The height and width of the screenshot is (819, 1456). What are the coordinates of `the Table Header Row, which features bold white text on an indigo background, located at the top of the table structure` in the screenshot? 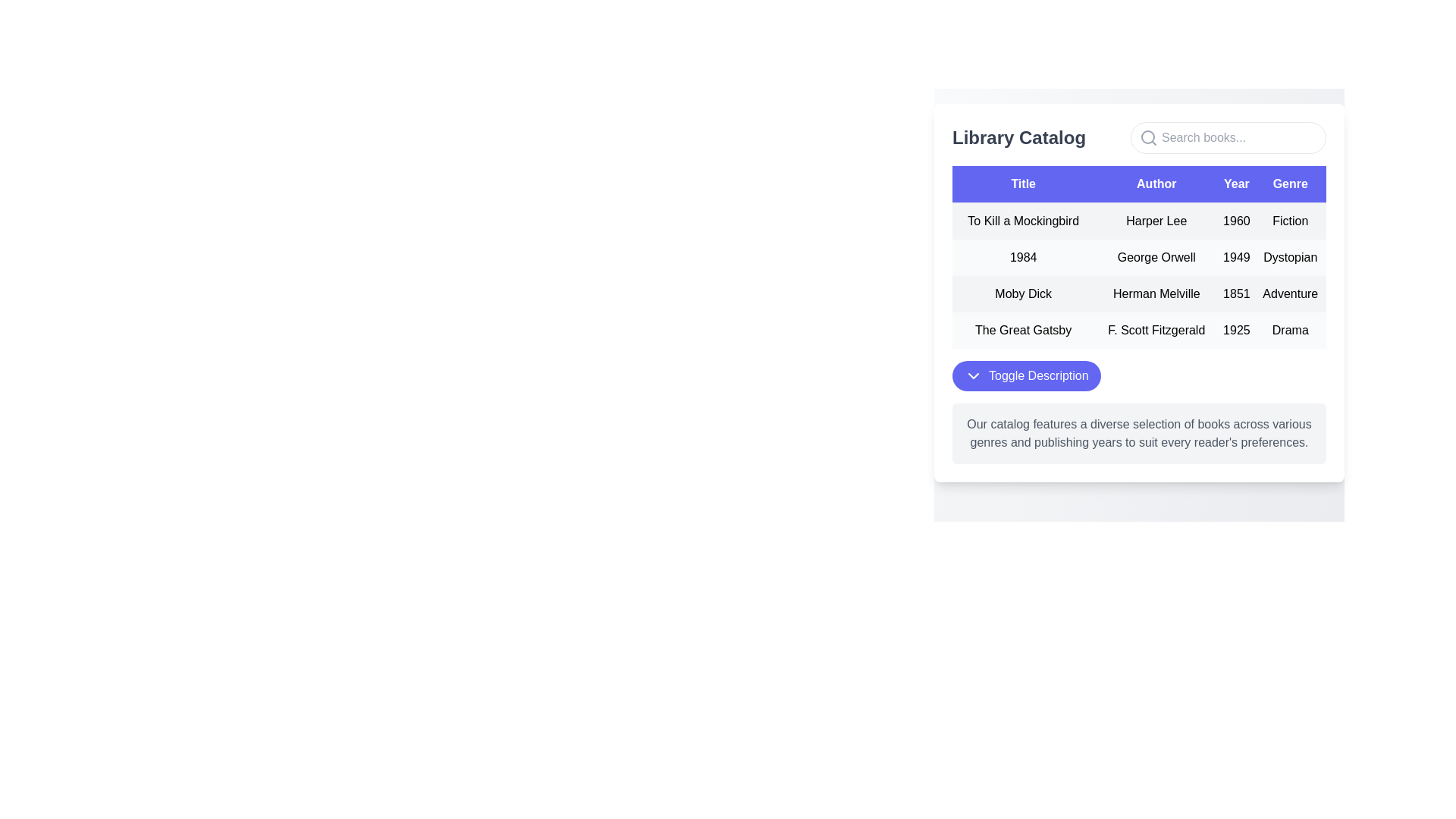 It's located at (1139, 184).